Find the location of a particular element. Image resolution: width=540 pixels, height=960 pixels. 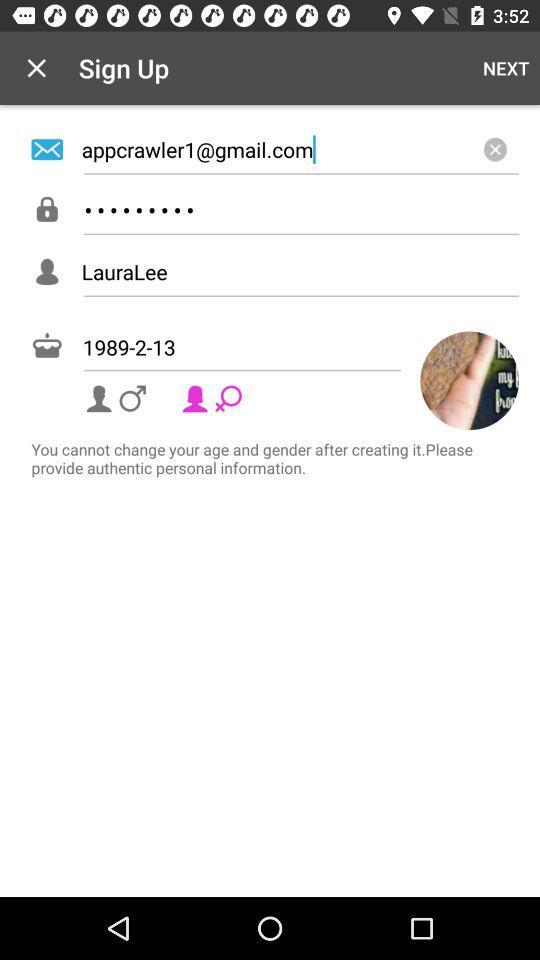

the first  mail image text field is located at coordinates (270, 148).